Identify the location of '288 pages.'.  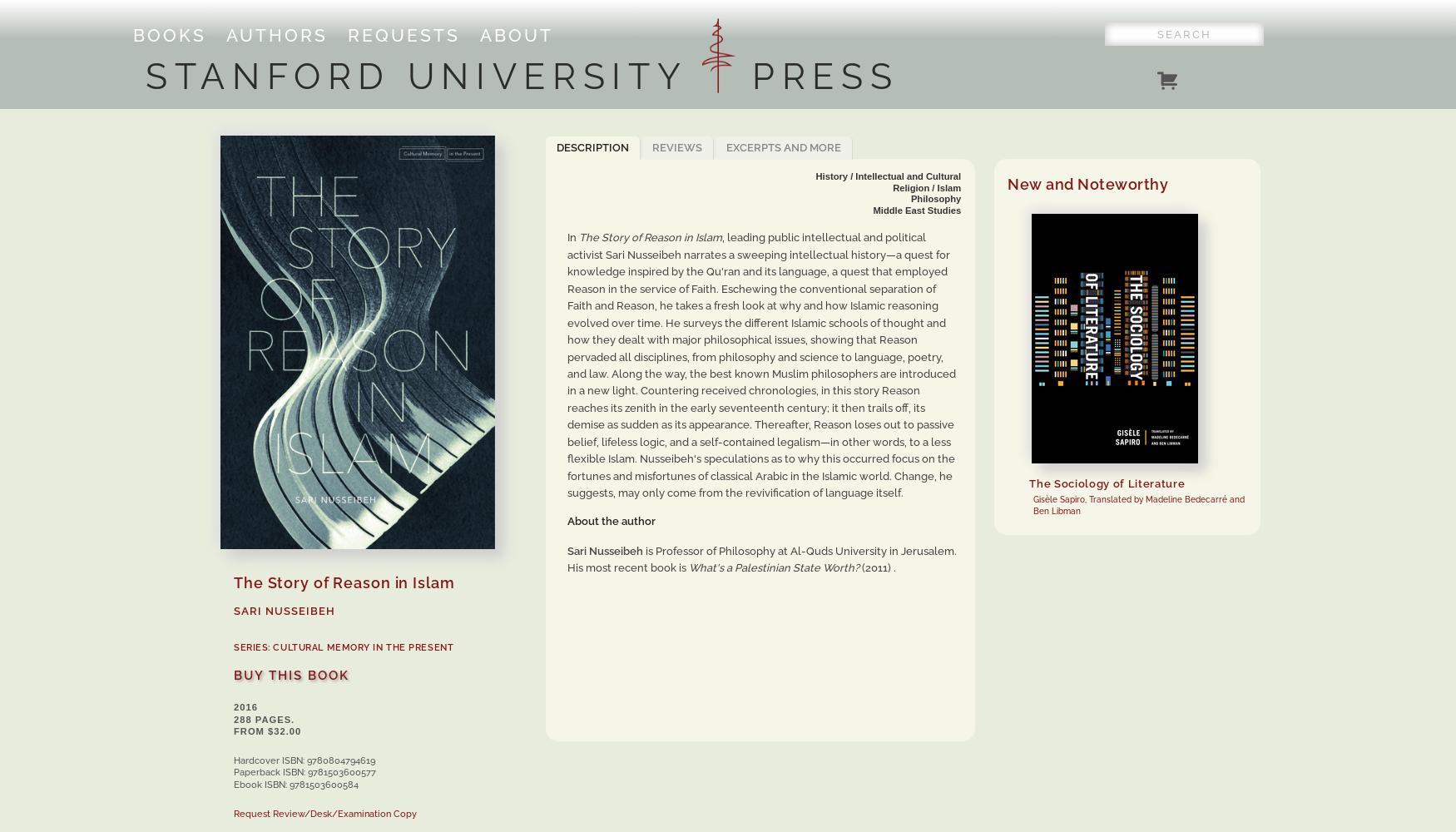
(264, 718).